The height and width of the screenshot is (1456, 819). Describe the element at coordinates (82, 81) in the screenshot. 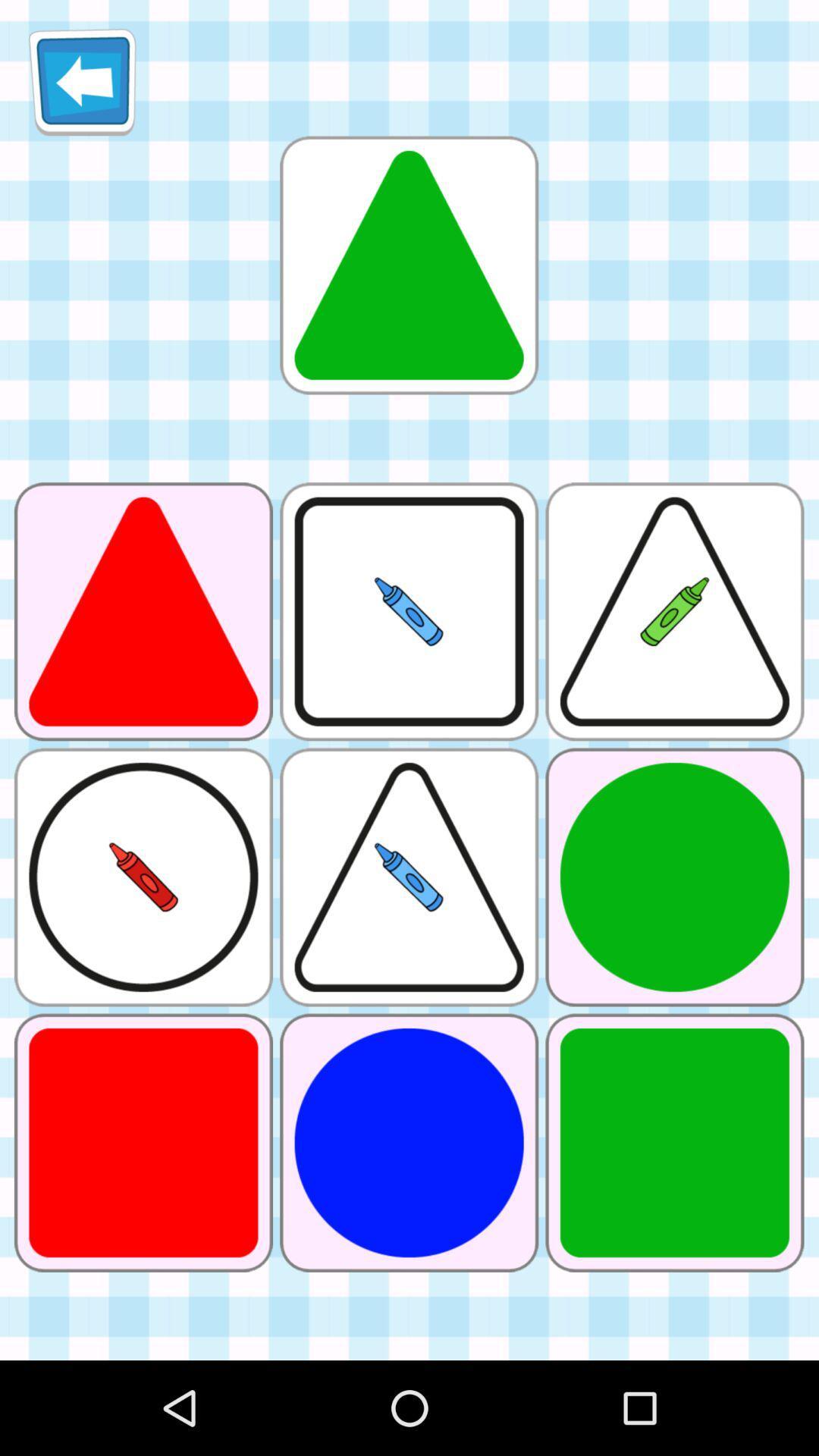

I see `previous` at that location.